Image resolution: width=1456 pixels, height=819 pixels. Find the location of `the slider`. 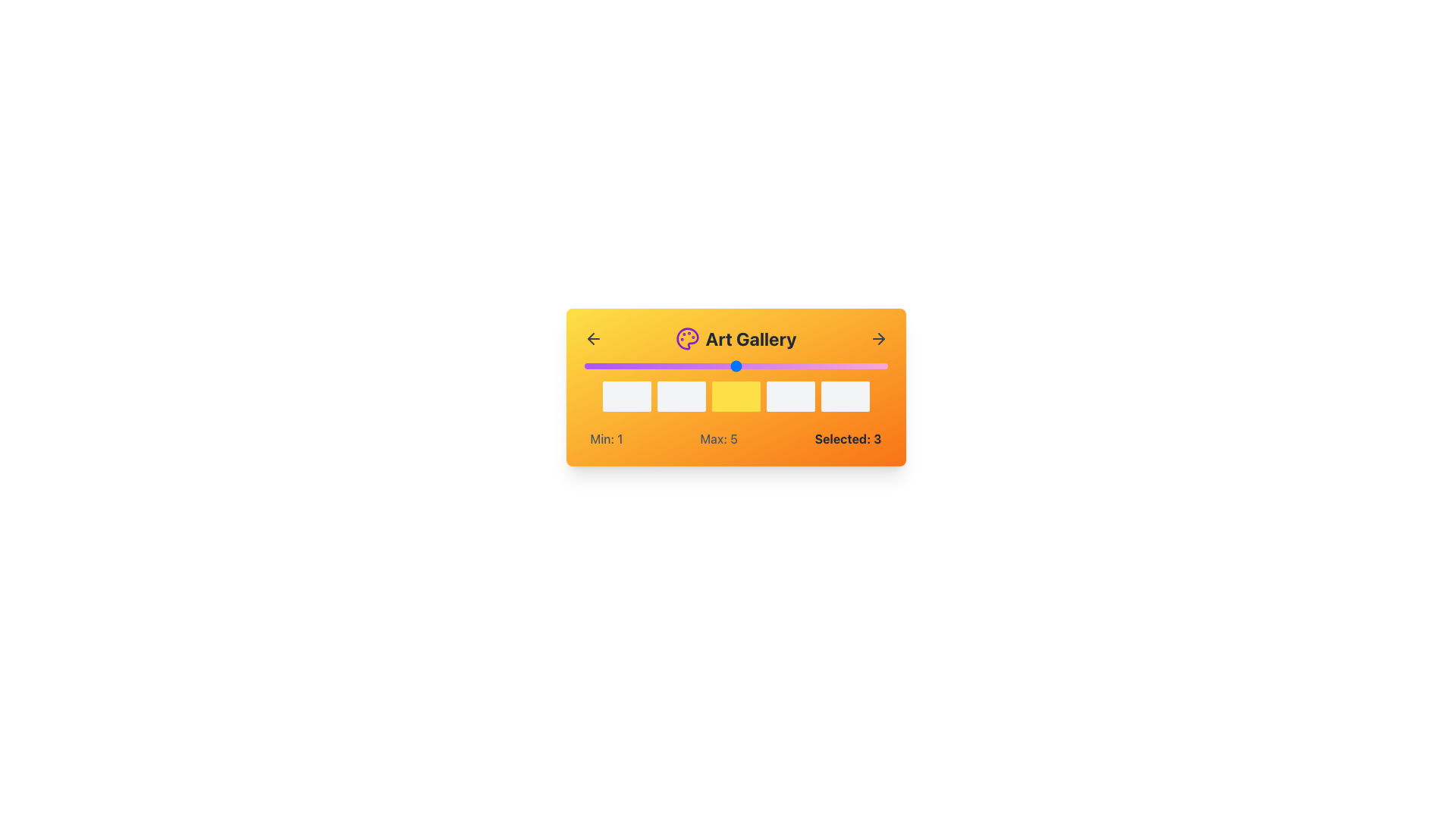

the slider is located at coordinates (811, 366).